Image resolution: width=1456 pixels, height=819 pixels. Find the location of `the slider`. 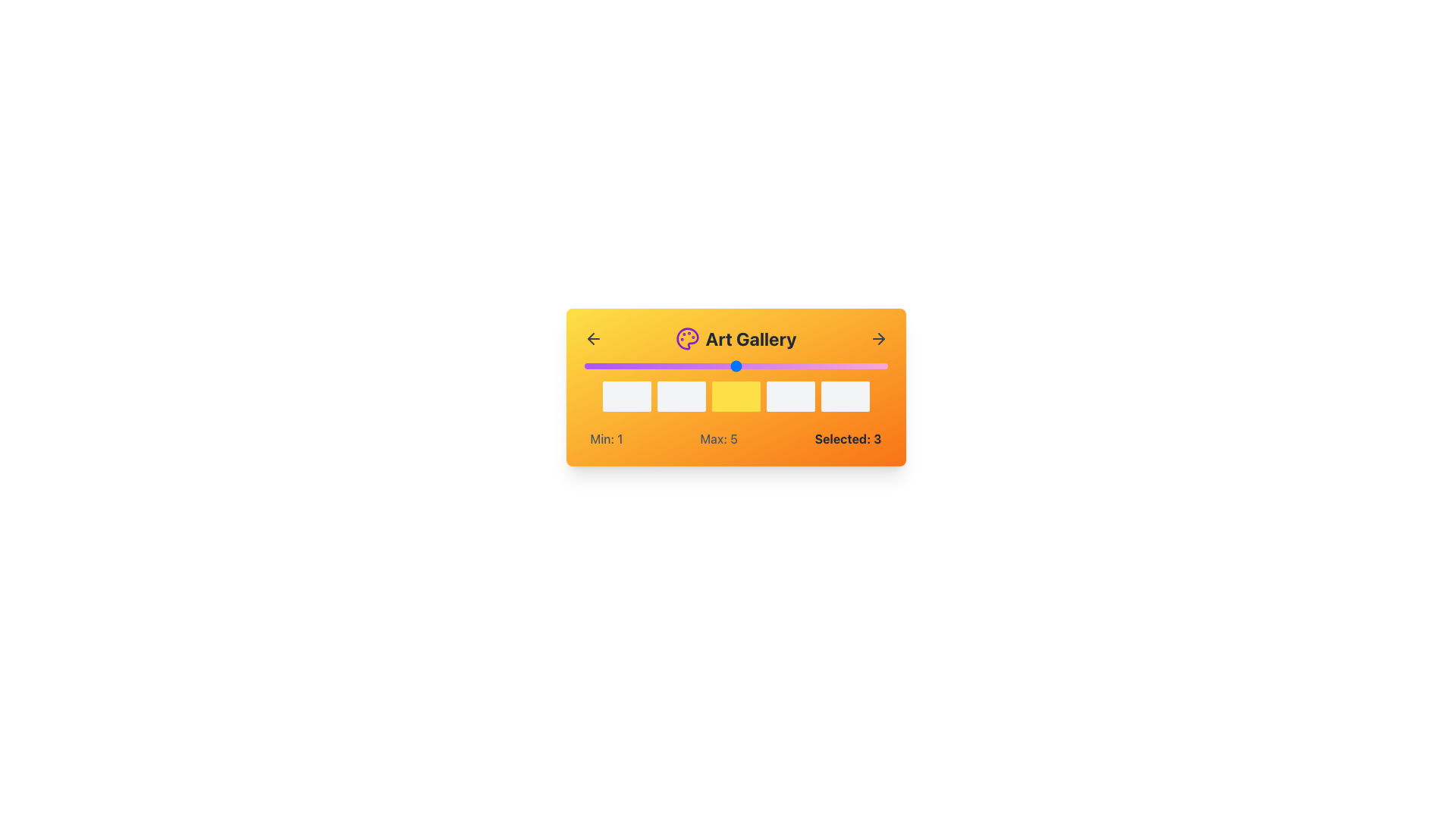

the slider is located at coordinates (811, 366).